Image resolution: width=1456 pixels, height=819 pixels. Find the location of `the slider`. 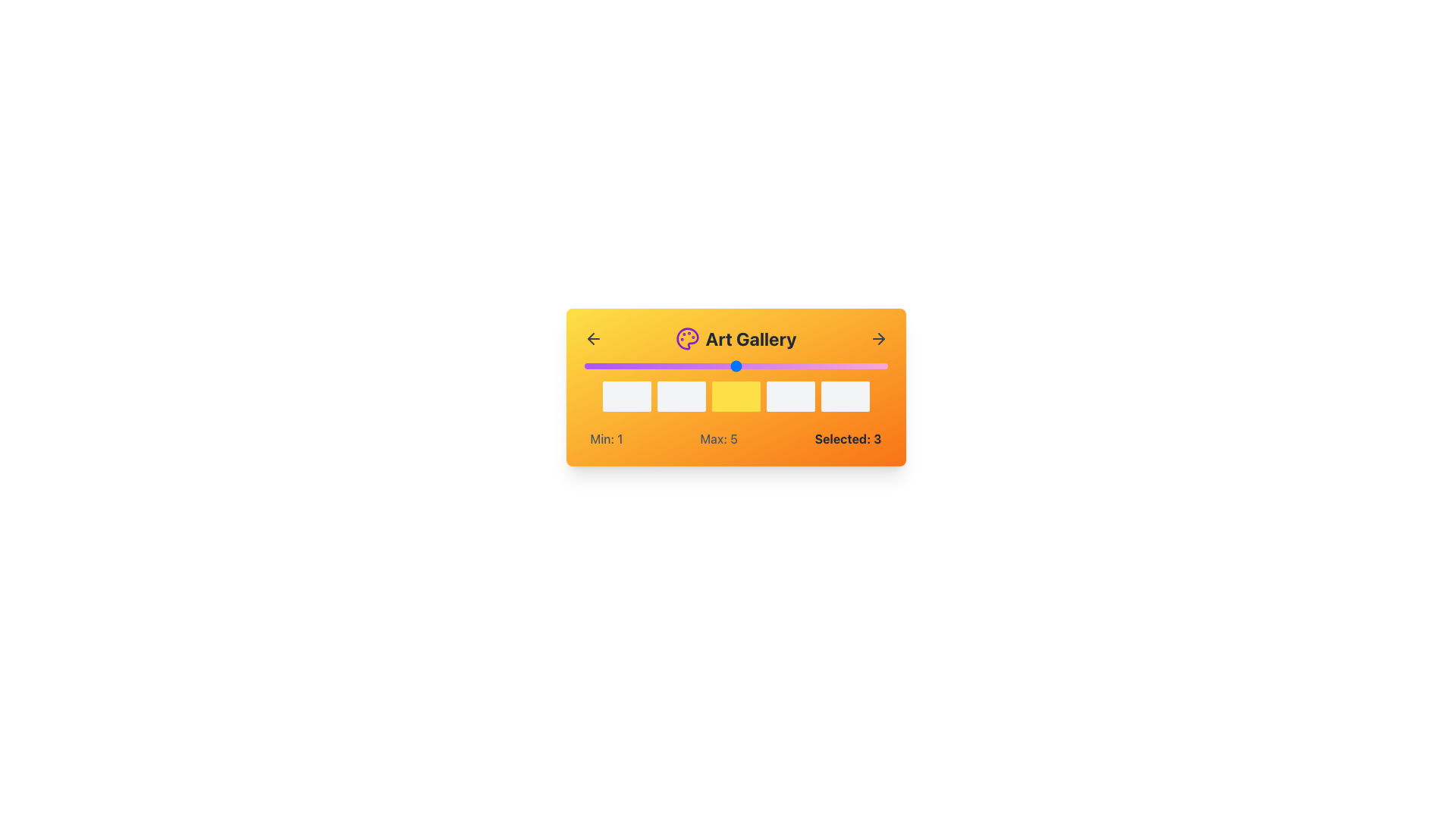

the slider is located at coordinates (811, 366).